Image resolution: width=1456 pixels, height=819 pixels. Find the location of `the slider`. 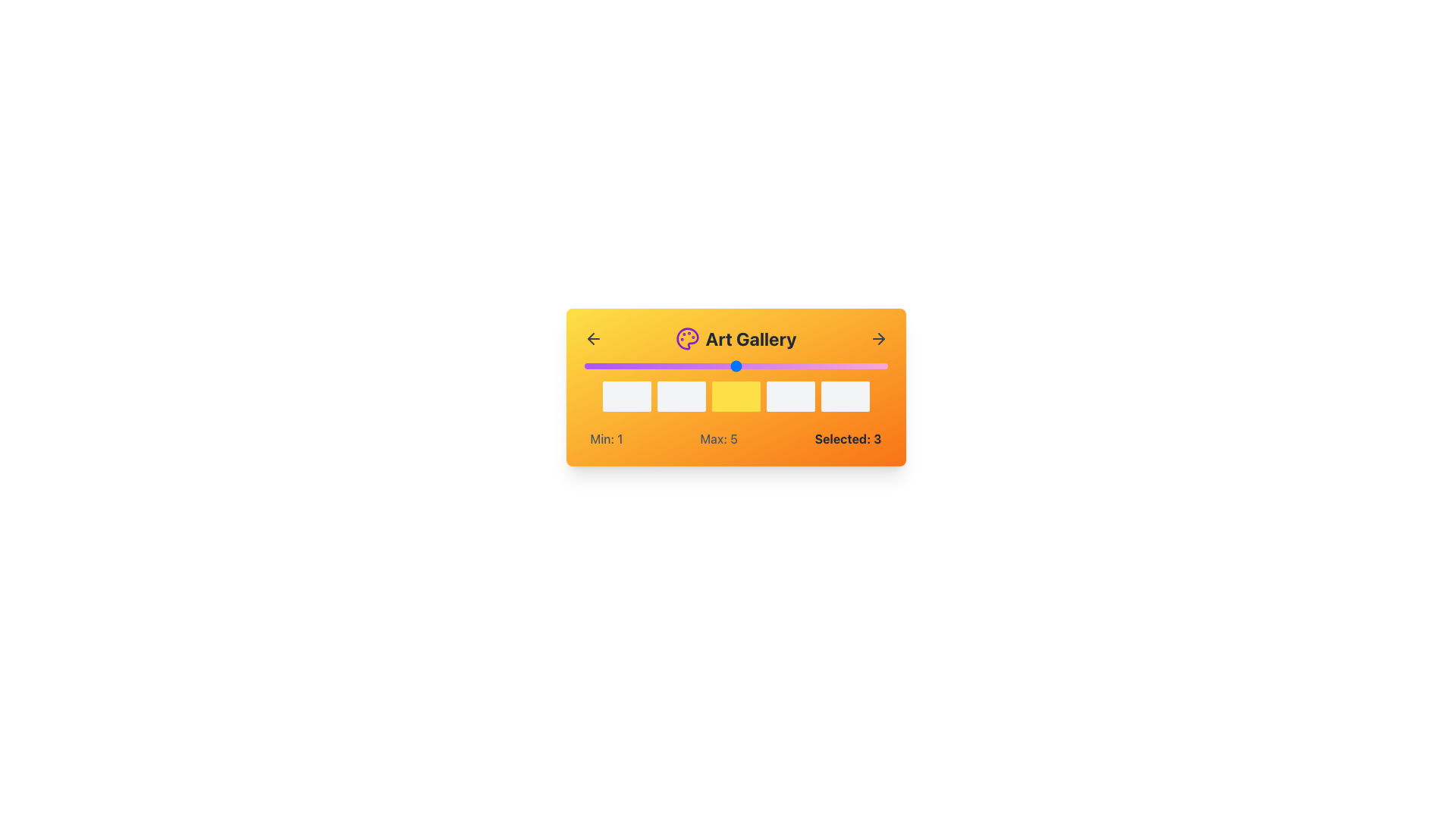

the slider is located at coordinates (811, 366).